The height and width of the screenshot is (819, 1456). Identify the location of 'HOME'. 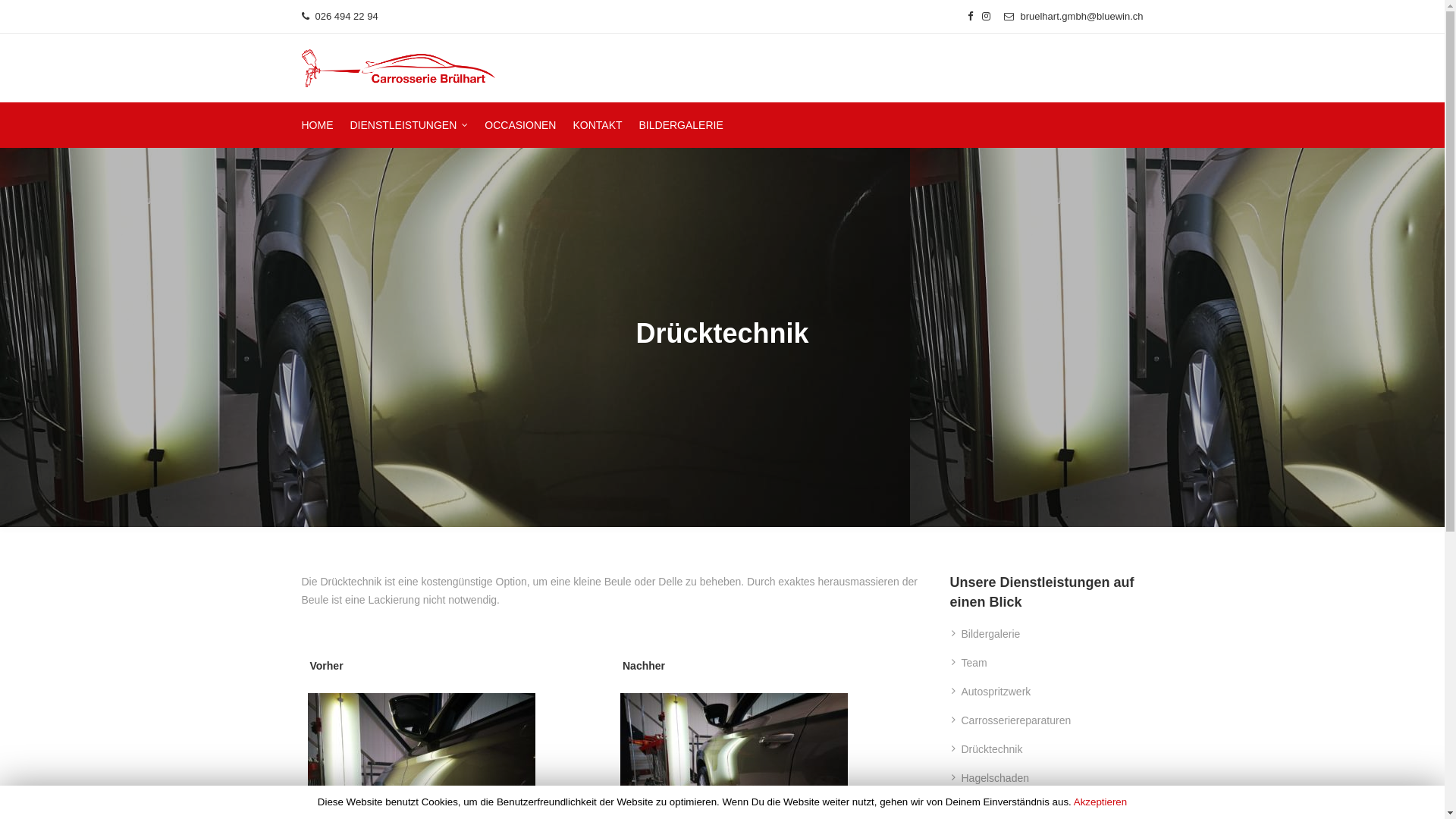
(316, 124).